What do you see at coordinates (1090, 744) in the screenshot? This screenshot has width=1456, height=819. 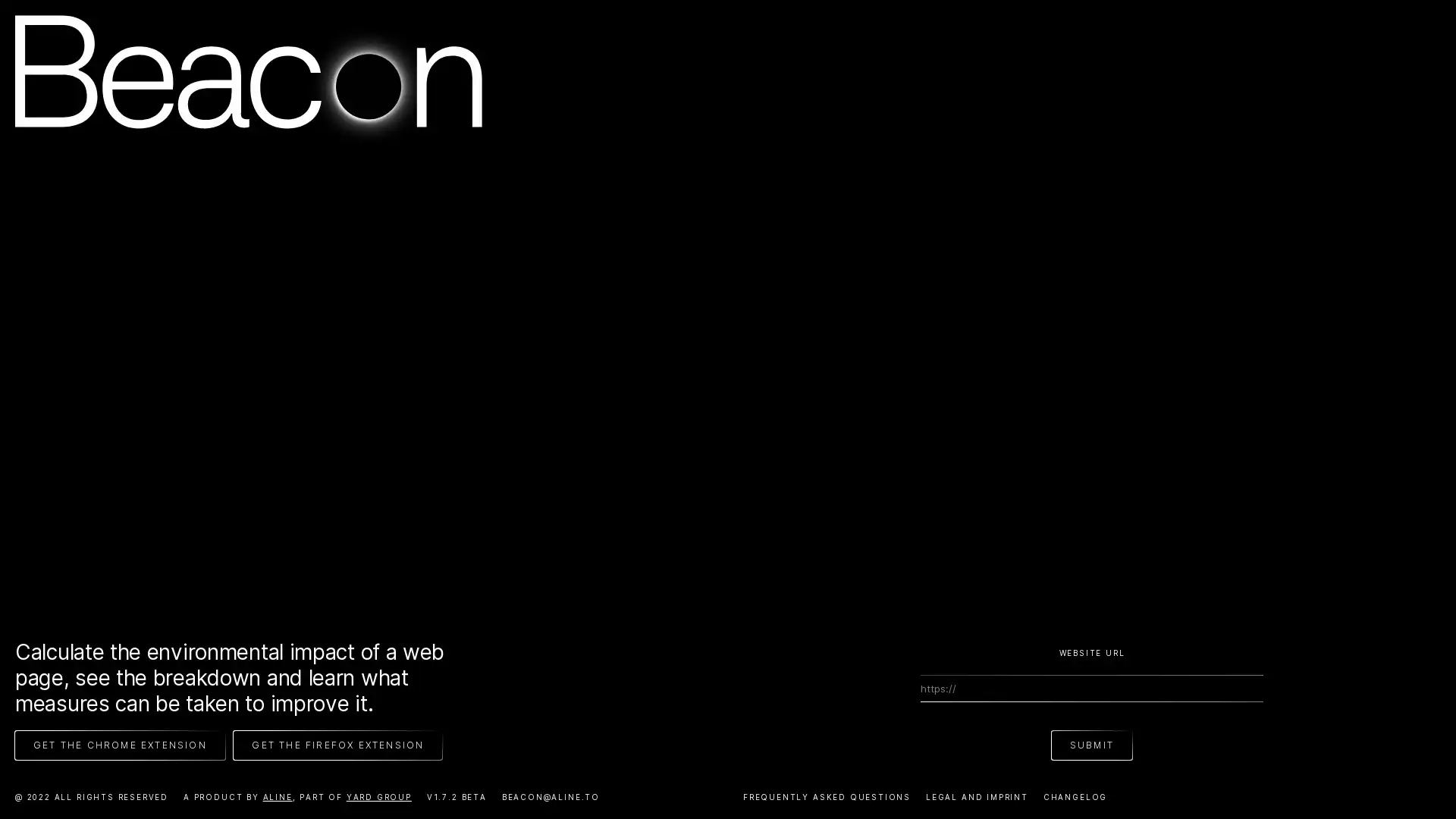 I see `SUBMIT` at bounding box center [1090, 744].